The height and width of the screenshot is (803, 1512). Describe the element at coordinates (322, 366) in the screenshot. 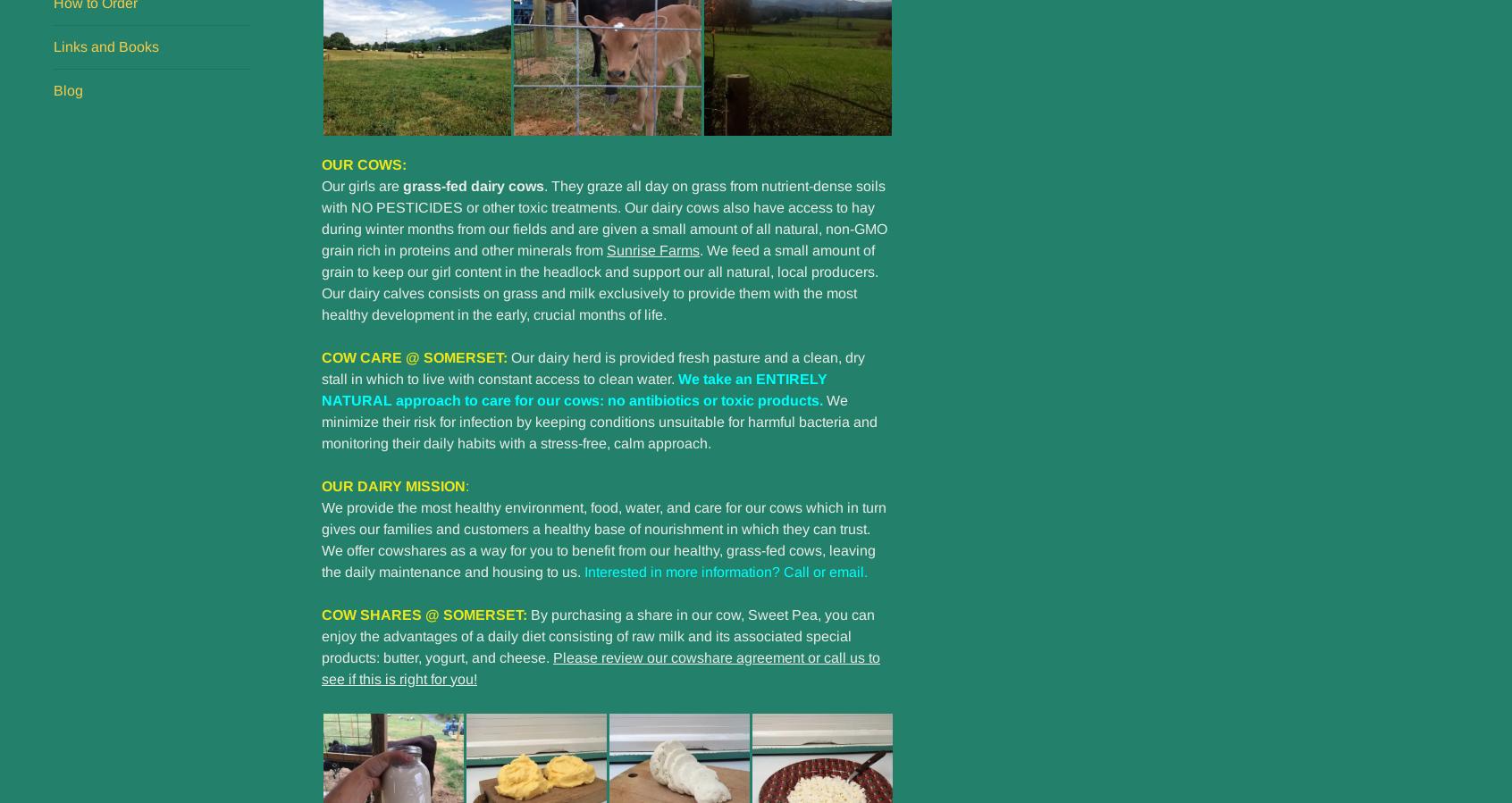

I see `'Our dairy herd is provided fresh pasture and a clean, dry stall in which to live with constant access to clean water.'` at that location.